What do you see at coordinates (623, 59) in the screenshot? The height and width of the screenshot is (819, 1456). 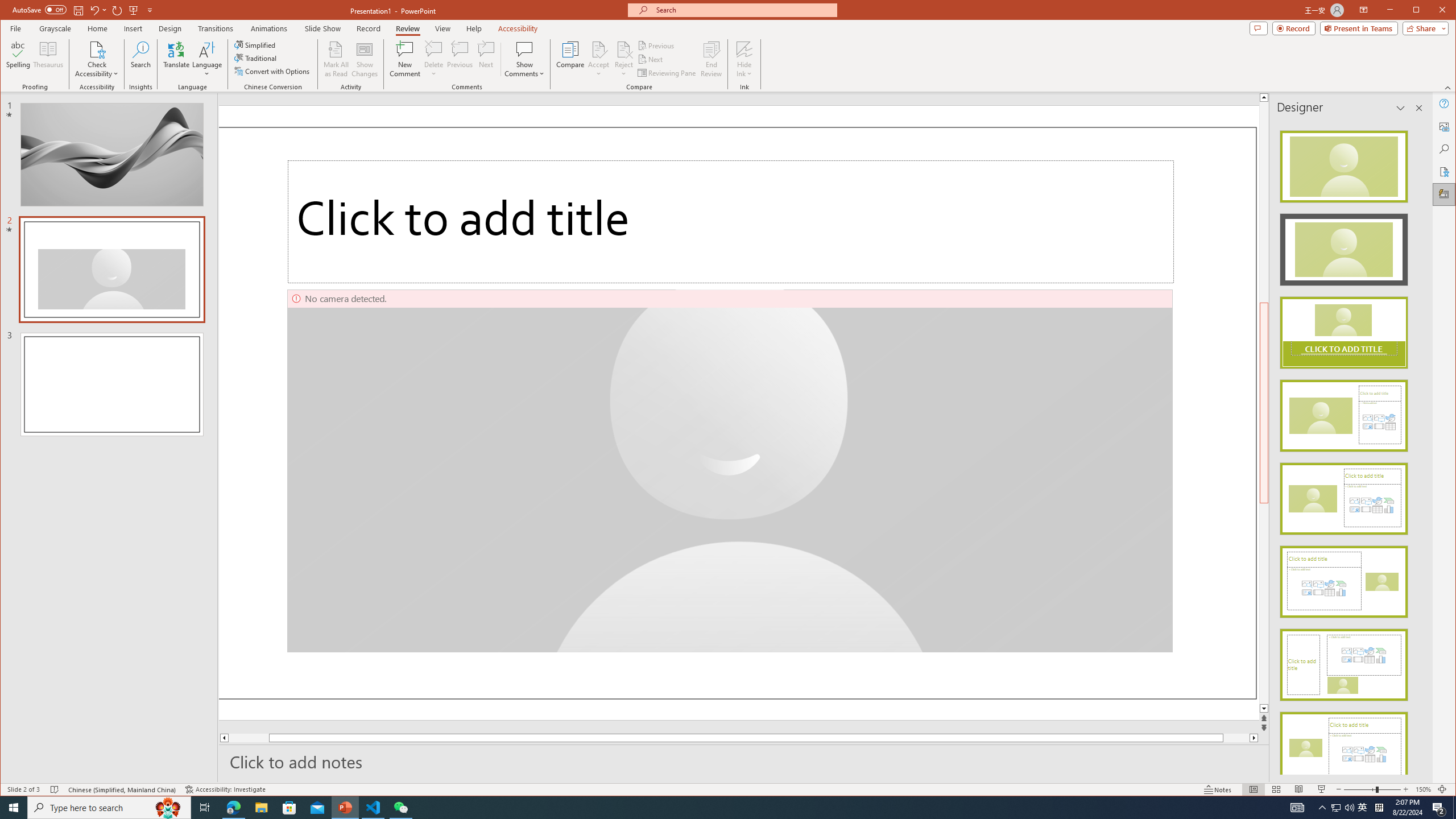 I see `'Reject'` at bounding box center [623, 59].